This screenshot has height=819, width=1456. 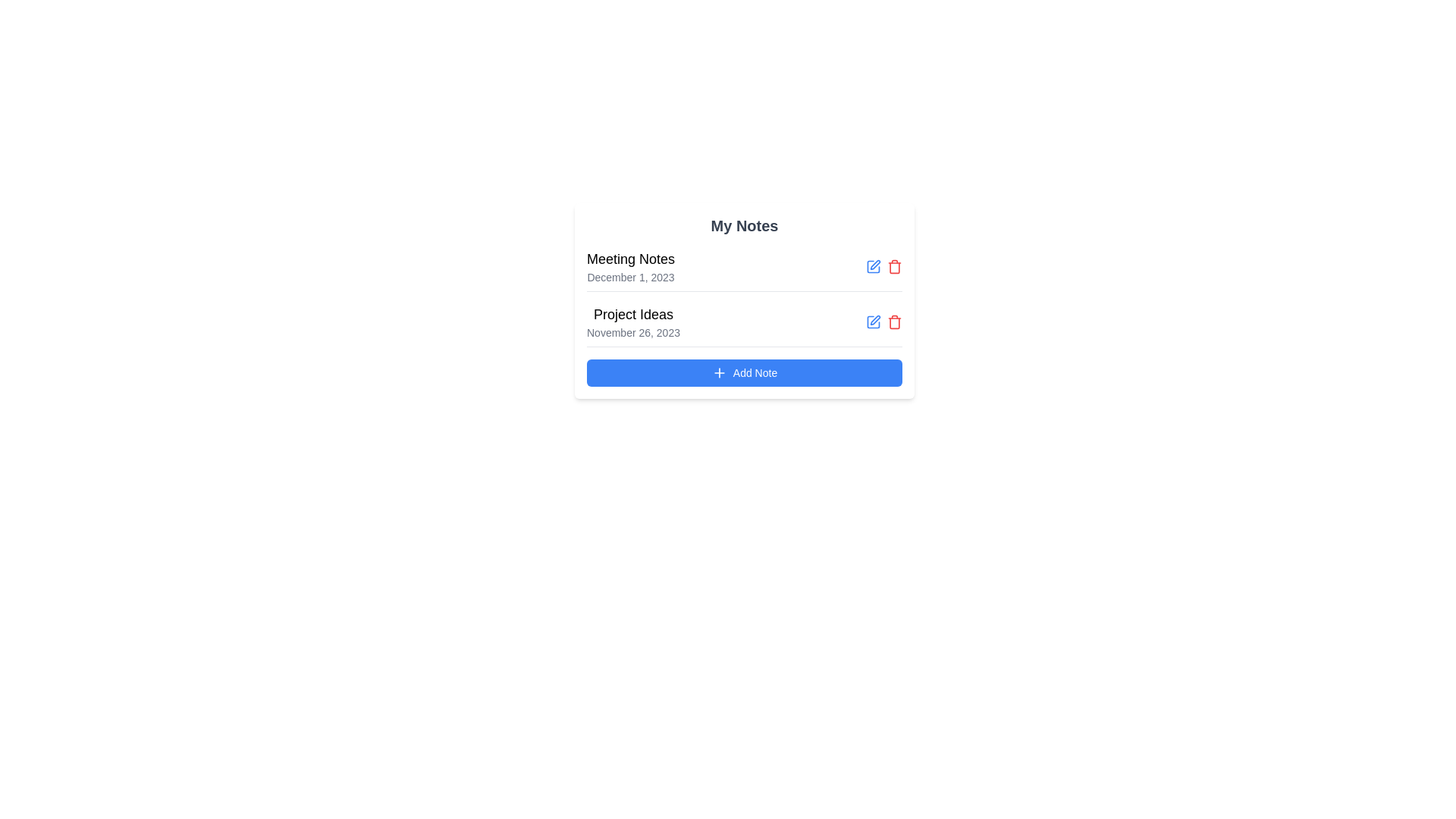 I want to click on the first note entry under 'My Notes', which is a read-only text display showing the title and date of the note, so click(x=630, y=265).